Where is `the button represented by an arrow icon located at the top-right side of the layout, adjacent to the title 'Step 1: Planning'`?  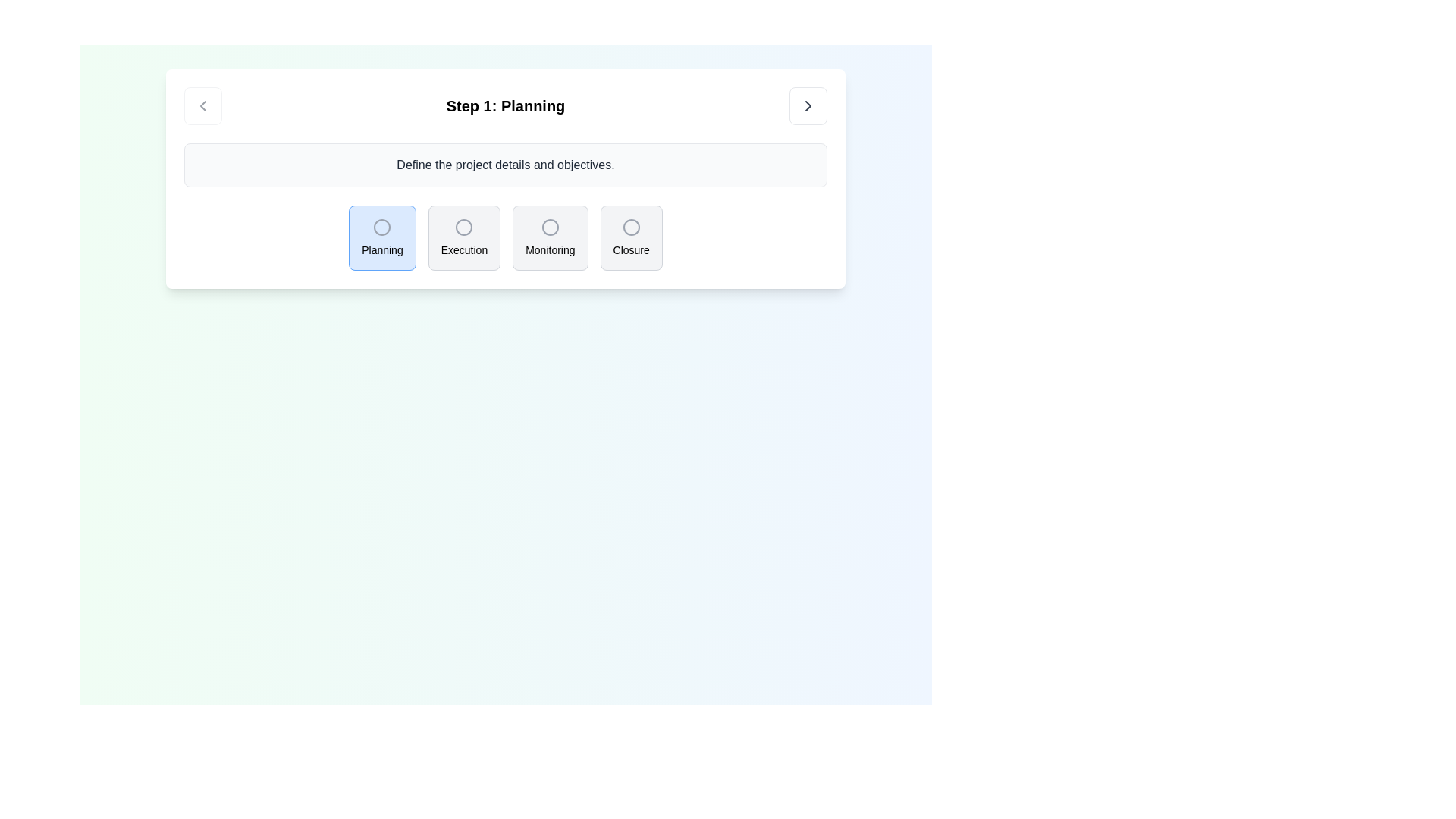
the button represented by an arrow icon located at the top-right side of the layout, adjacent to the title 'Step 1: Planning' is located at coordinates (807, 105).